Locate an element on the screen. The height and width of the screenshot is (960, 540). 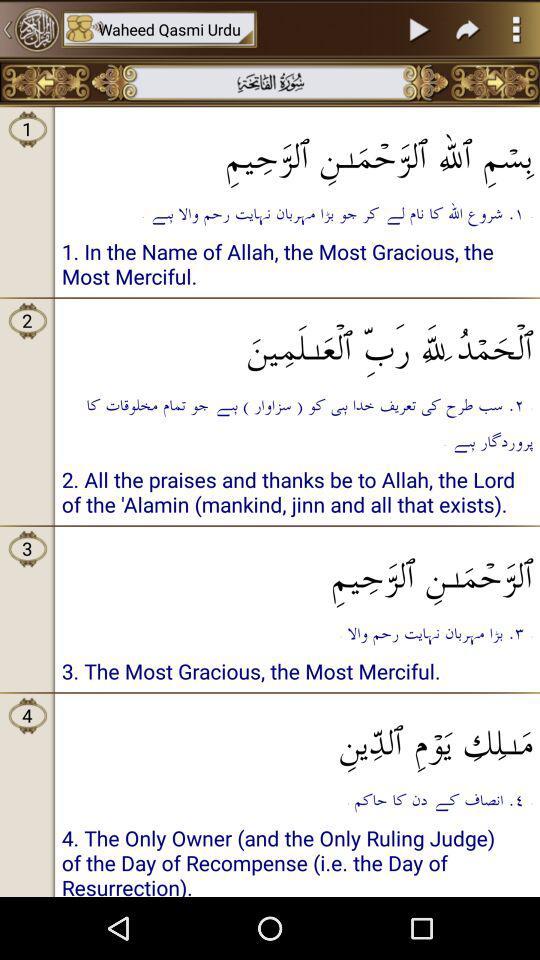
icon next to the 3 is located at coordinates (296, 570).